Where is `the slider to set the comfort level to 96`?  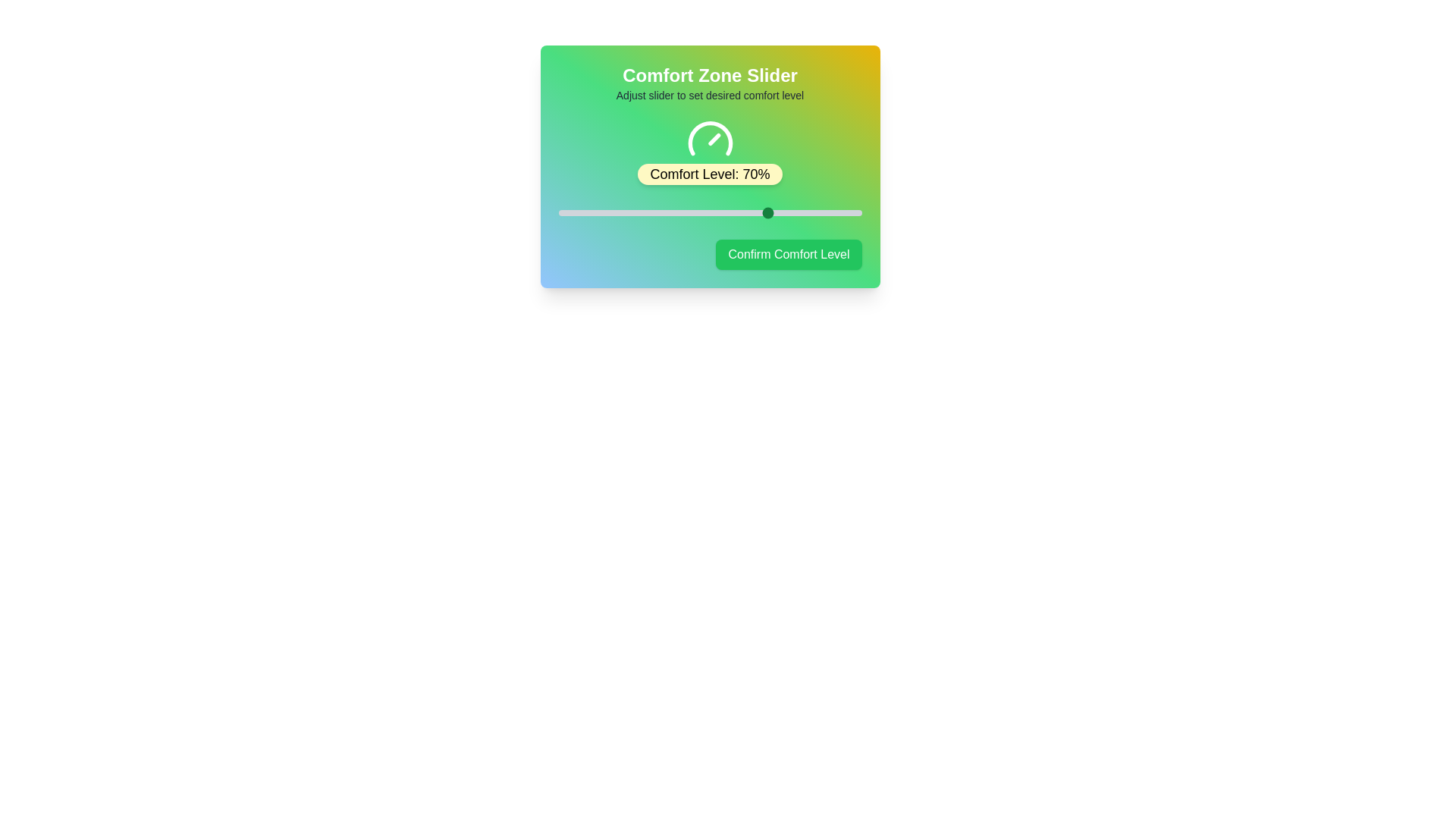
the slider to set the comfort level to 96 is located at coordinates (849, 213).